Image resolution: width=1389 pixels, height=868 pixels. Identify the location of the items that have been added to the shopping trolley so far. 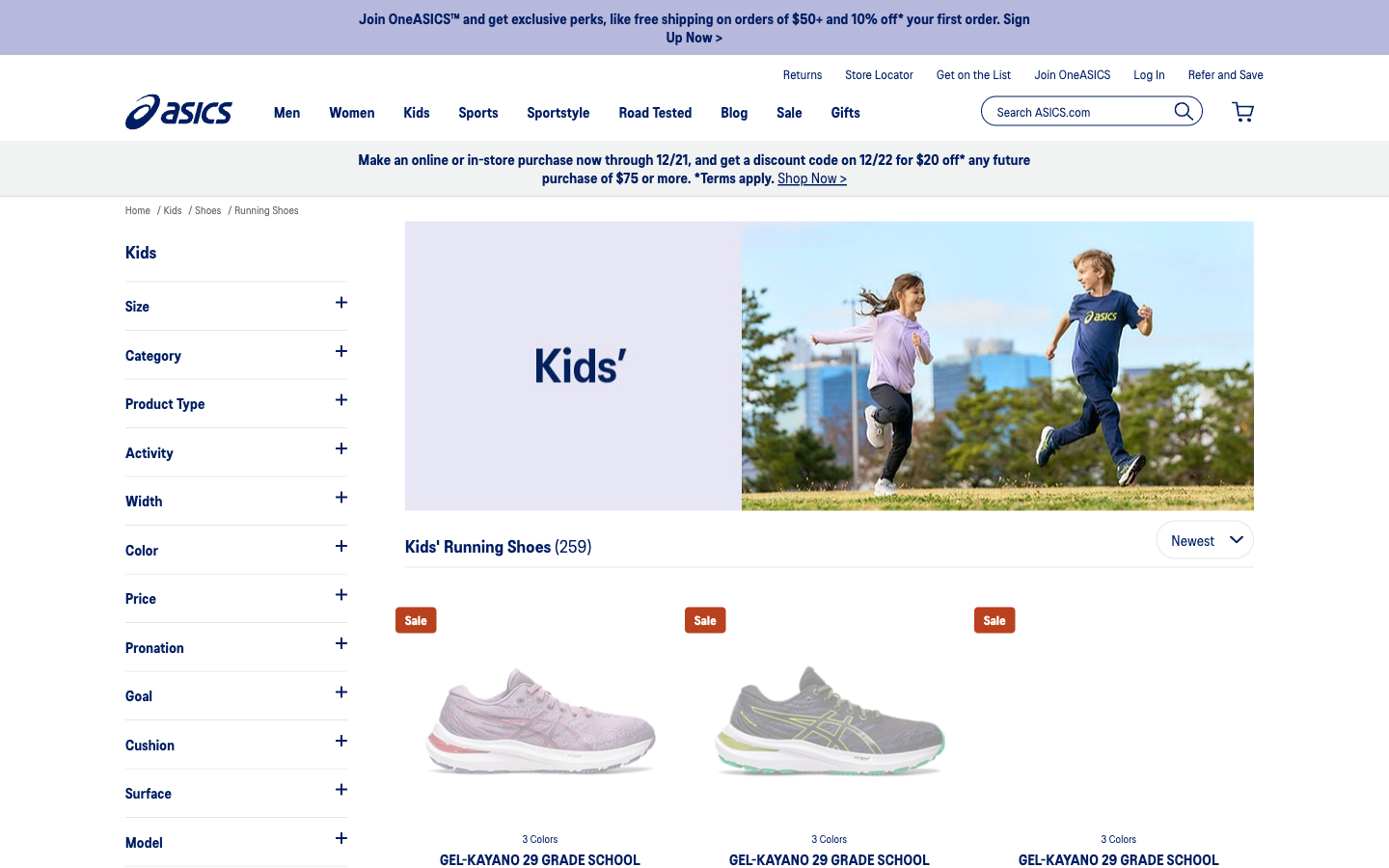
(1242, 112).